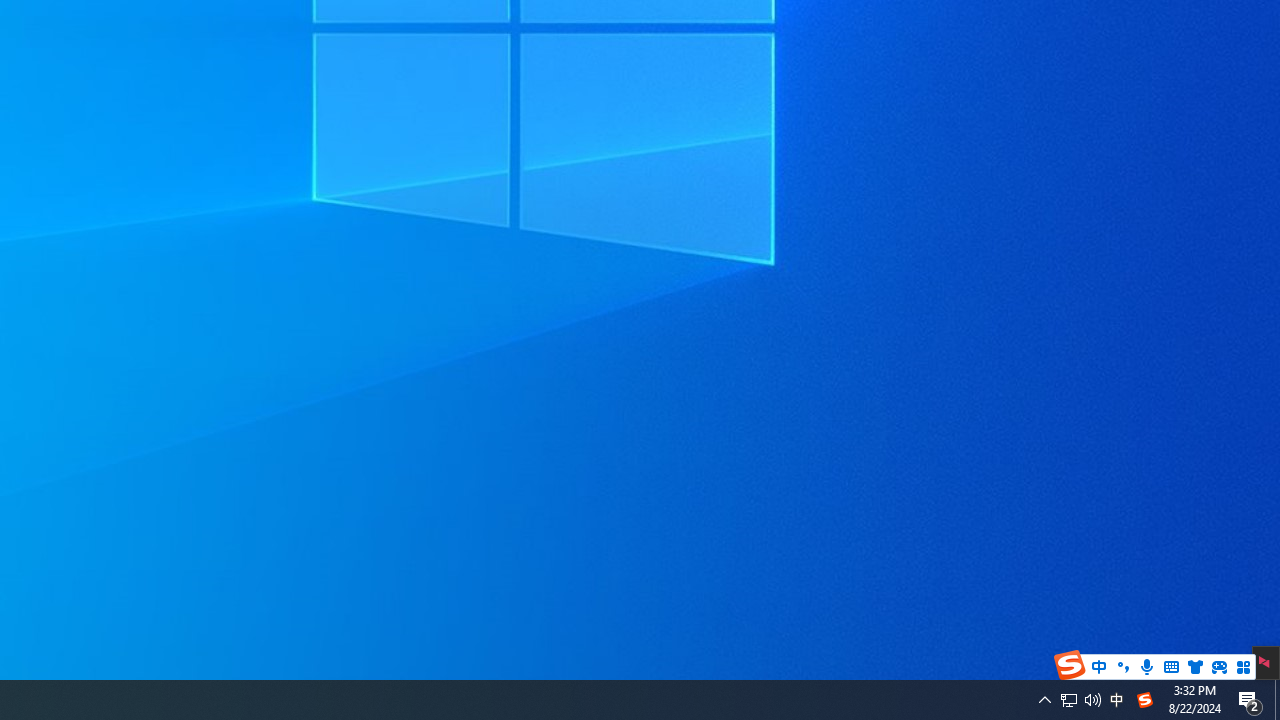 The width and height of the screenshot is (1280, 720). What do you see at coordinates (1250, 698) in the screenshot?
I see `'Action Center, 2 new notifications'` at bounding box center [1250, 698].